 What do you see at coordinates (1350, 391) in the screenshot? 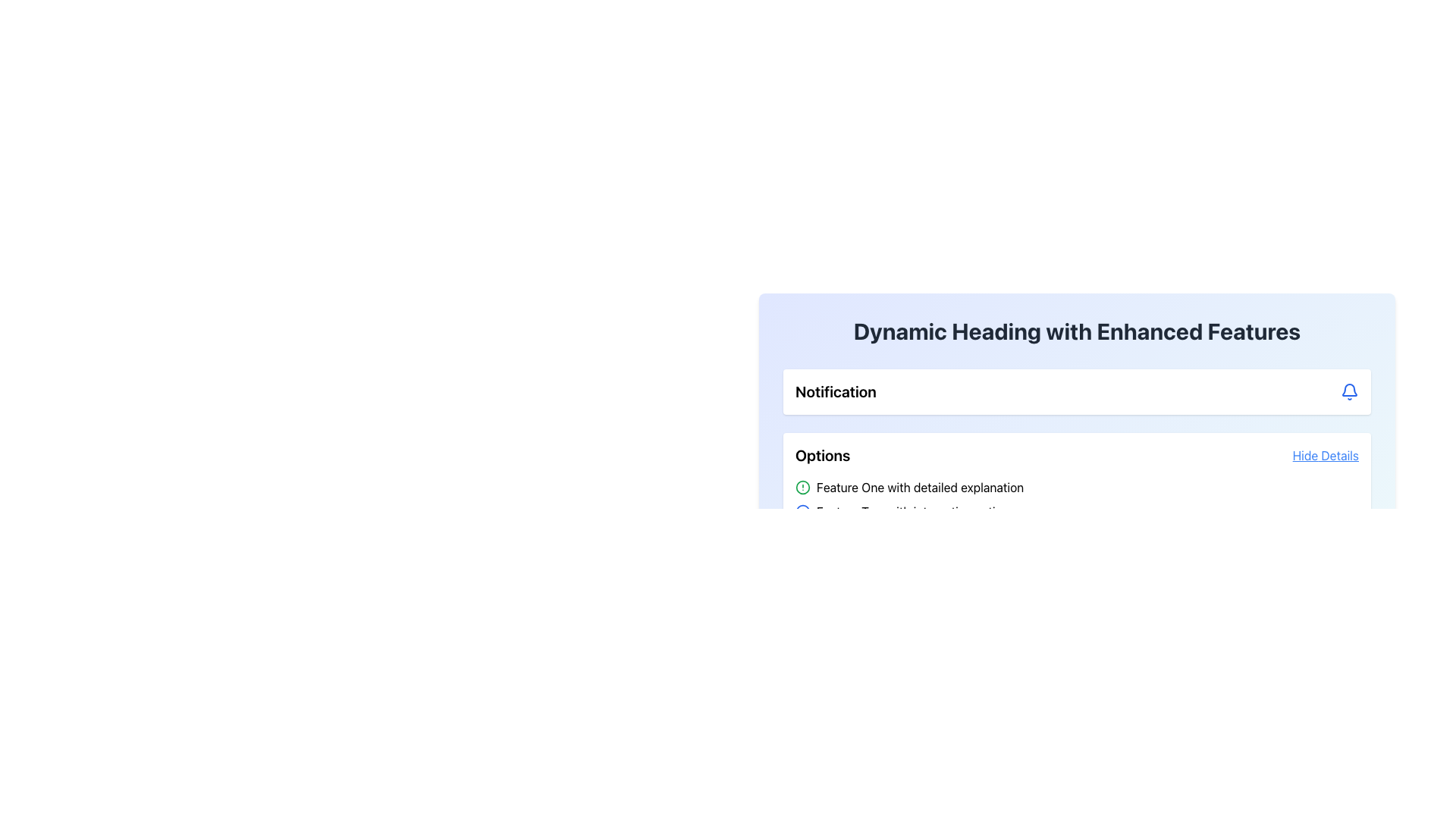
I see `the bell icon, which is a blue SVG icon with a stroke width of 2px located on the top-right corner of the 'Notification' section header` at bounding box center [1350, 391].